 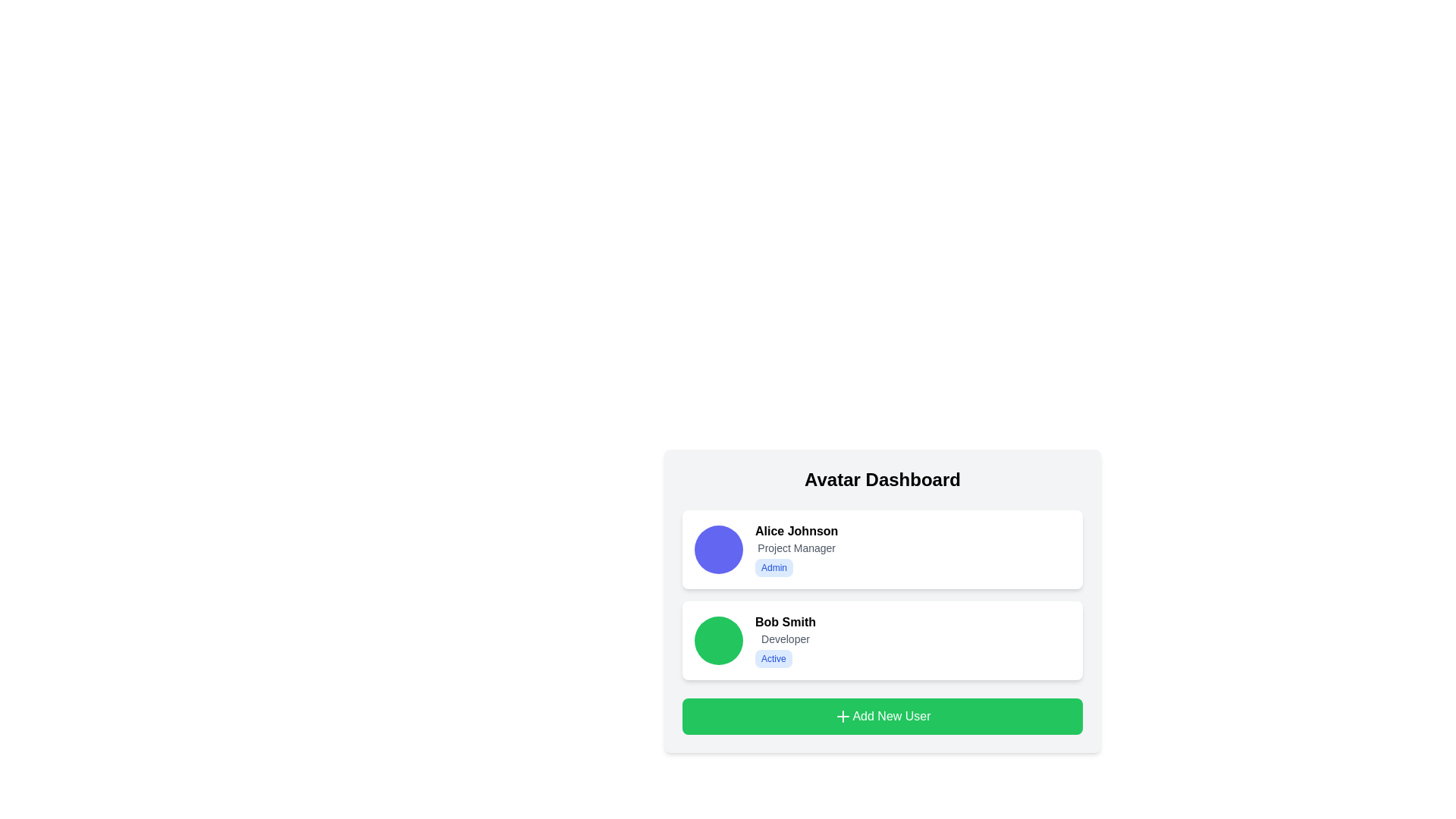 What do you see at coordinates (774, 567) in the screenshot?
I see `the 'Admin' role indicator label for user 'Alice Johnson', which is located below the user's name and adjacent to the role description 'Project Manager' in the user details card` at bounding box center [774, 567].